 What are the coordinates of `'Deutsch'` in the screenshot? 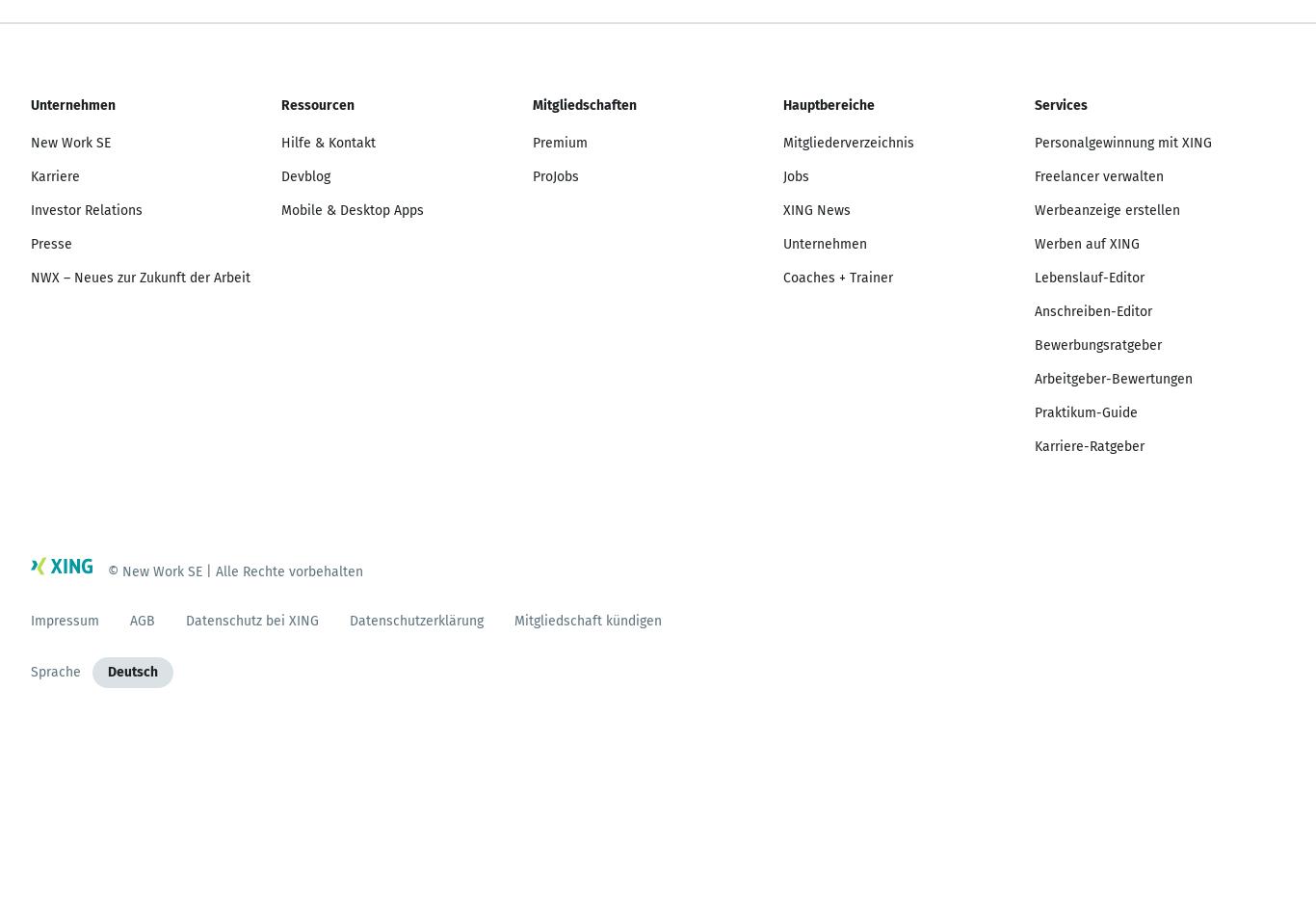 It's located at (131, 671).